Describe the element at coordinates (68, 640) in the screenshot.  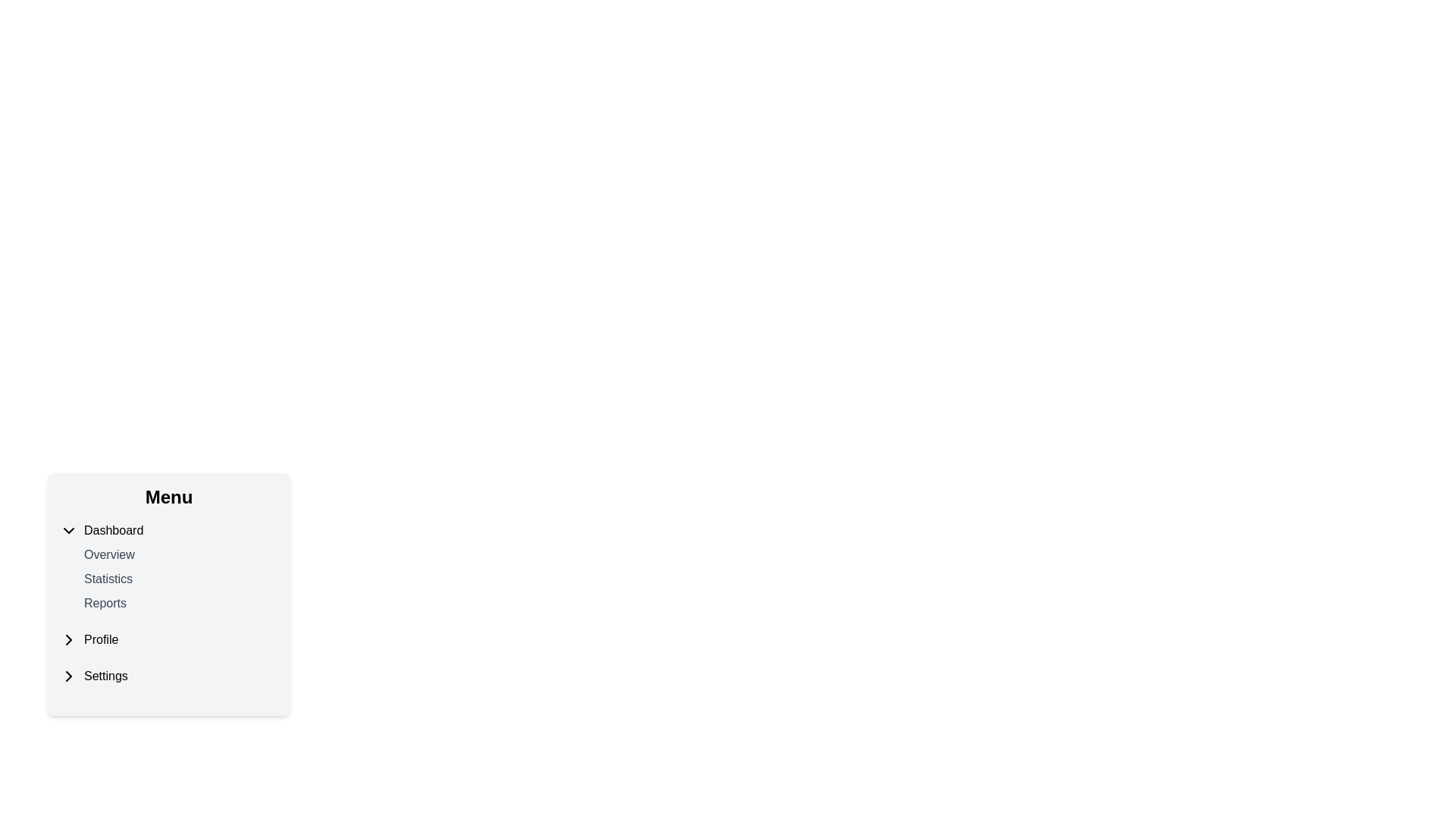
I see `the chevron icon located to the left of the 'Profile' text in the sidebar menu` at that location.